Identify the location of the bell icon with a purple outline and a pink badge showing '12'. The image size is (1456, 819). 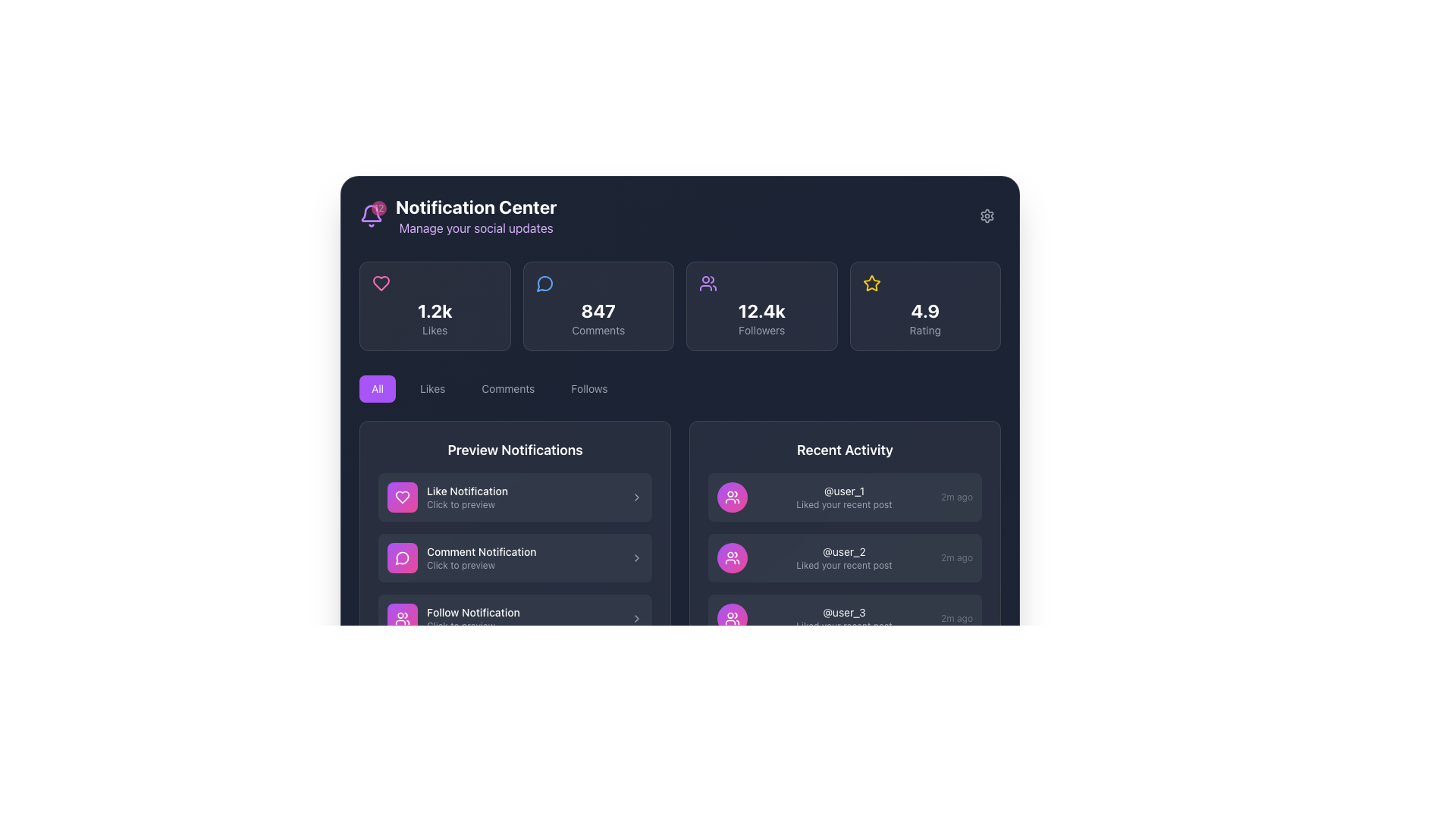
(371, 216).